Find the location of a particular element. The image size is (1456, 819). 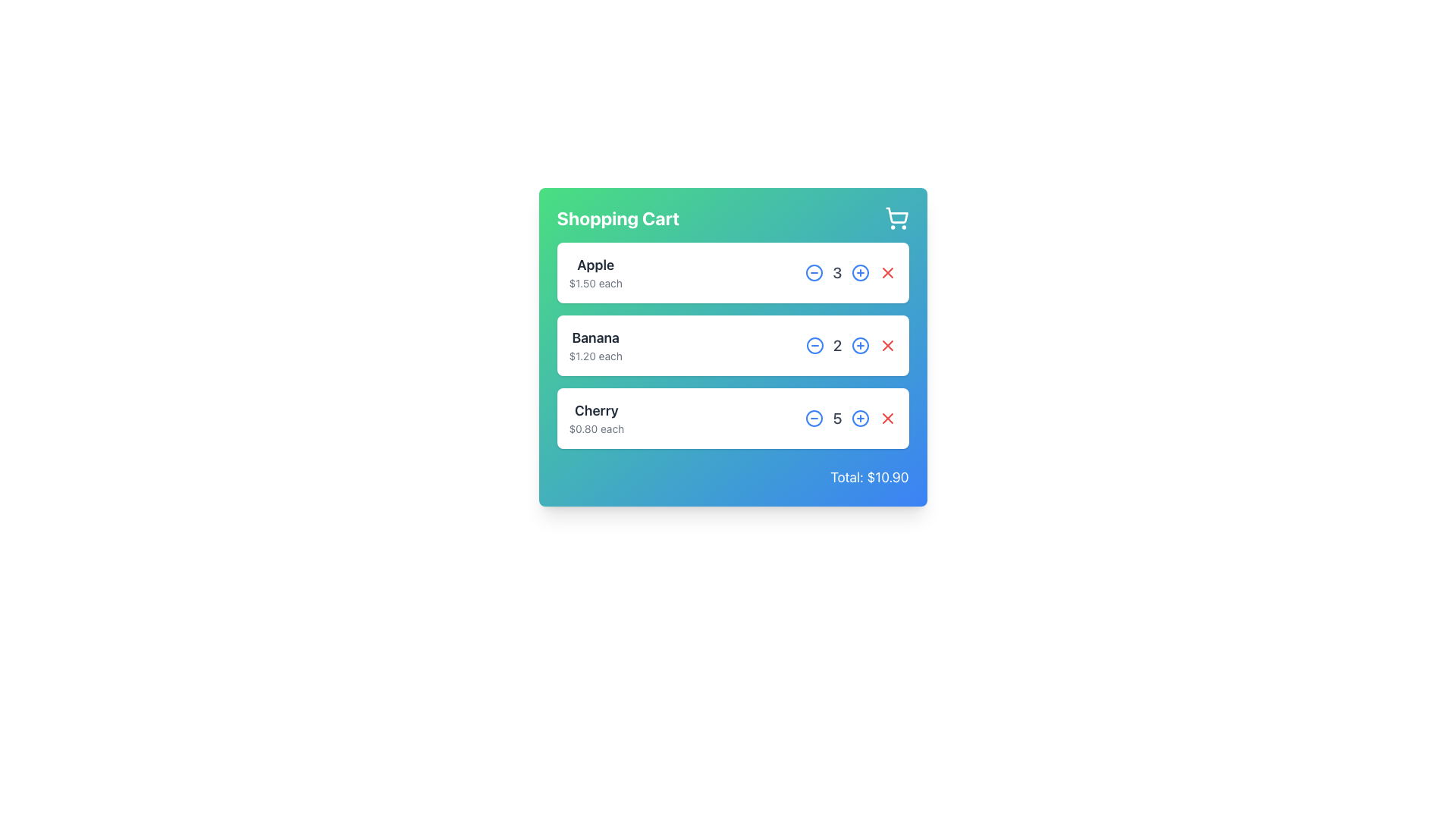

the static text element displaying the quantity of 'Apple' in the shopping cart, which is positioned between the minus '-' button and the plus '+' button is located at coordinates (836, 271).